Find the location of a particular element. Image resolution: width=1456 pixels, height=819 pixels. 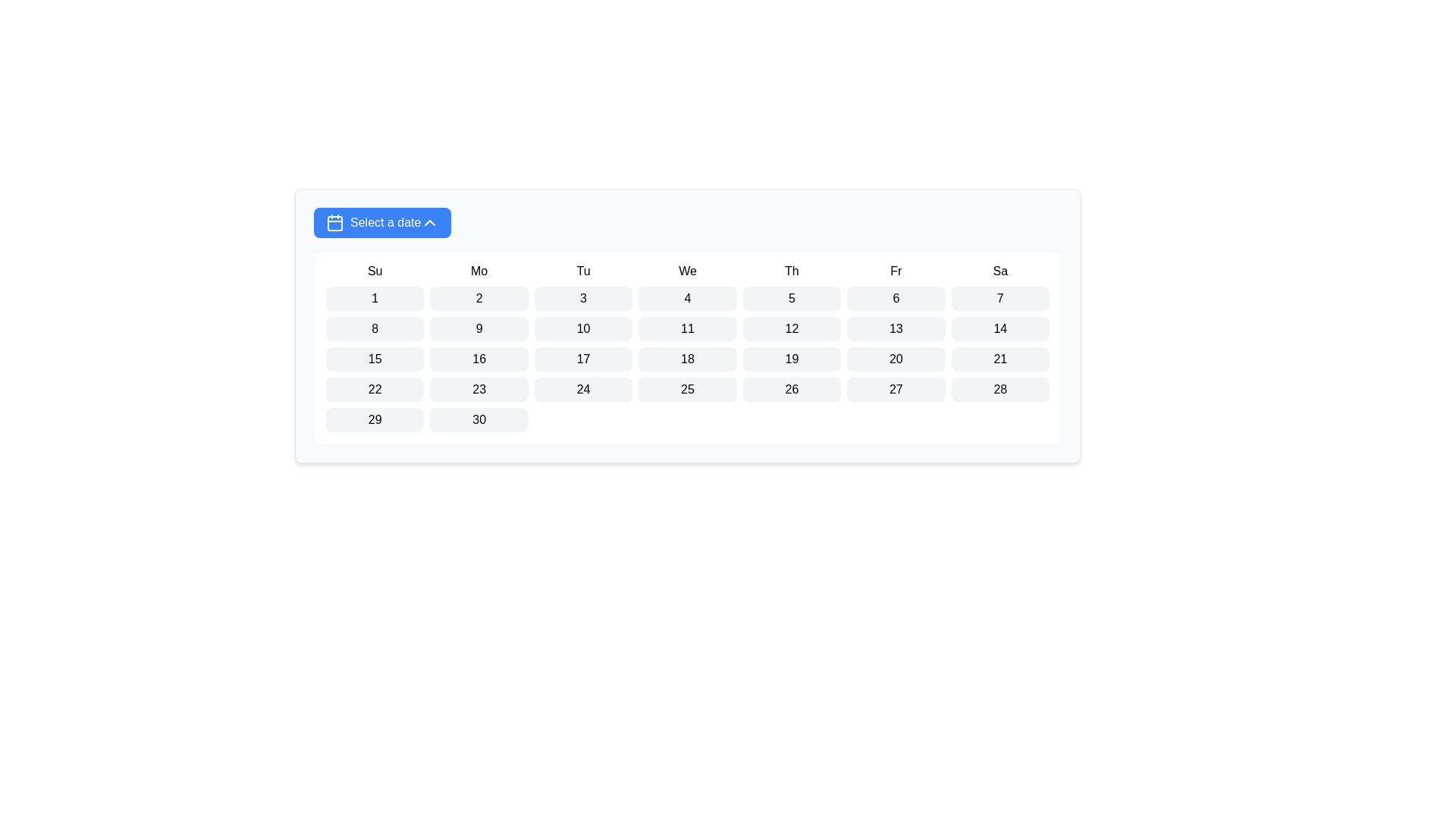

the button displaying the number '16' in black text on a light gray background is located at coordinates (479, 359).